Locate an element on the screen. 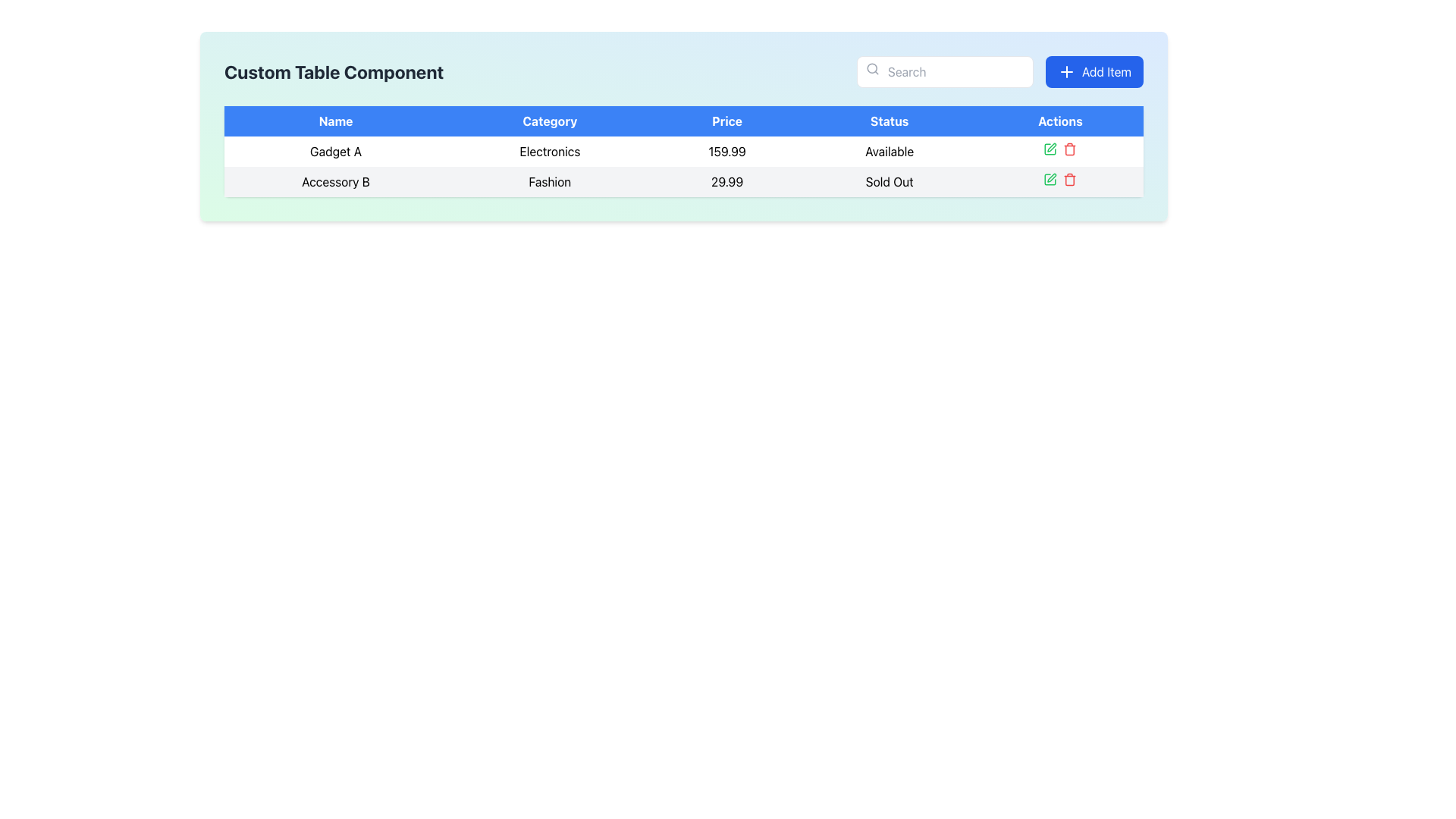  the Text label that displays the name of the item in the second row of the table under the 'Name' column is located at coordinates (335, 180).